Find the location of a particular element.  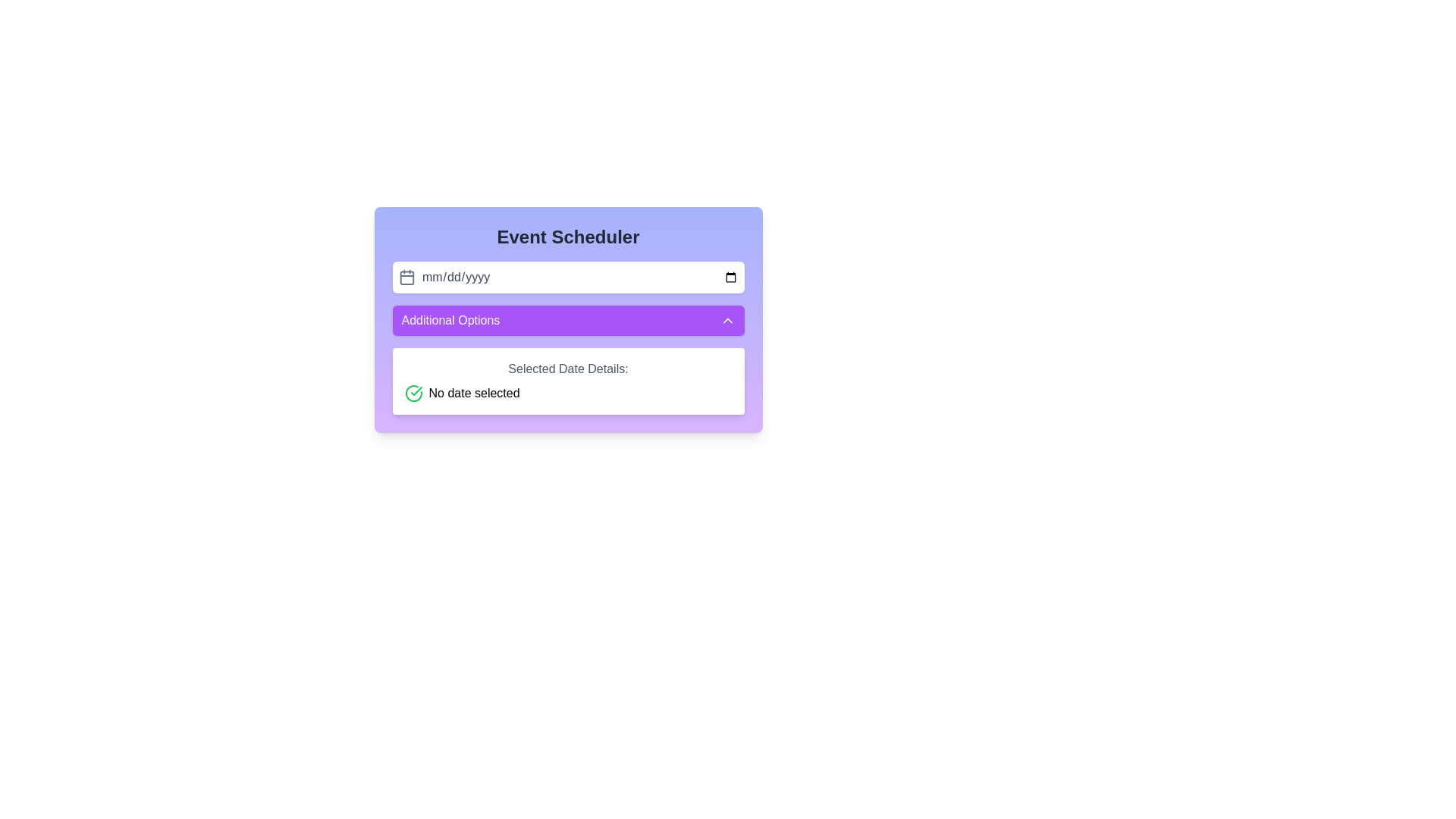

the text label reading 'Additional Options', styled in white text on a purple background, located in the Event Scheduler interface is located at coordinates (450, 320).